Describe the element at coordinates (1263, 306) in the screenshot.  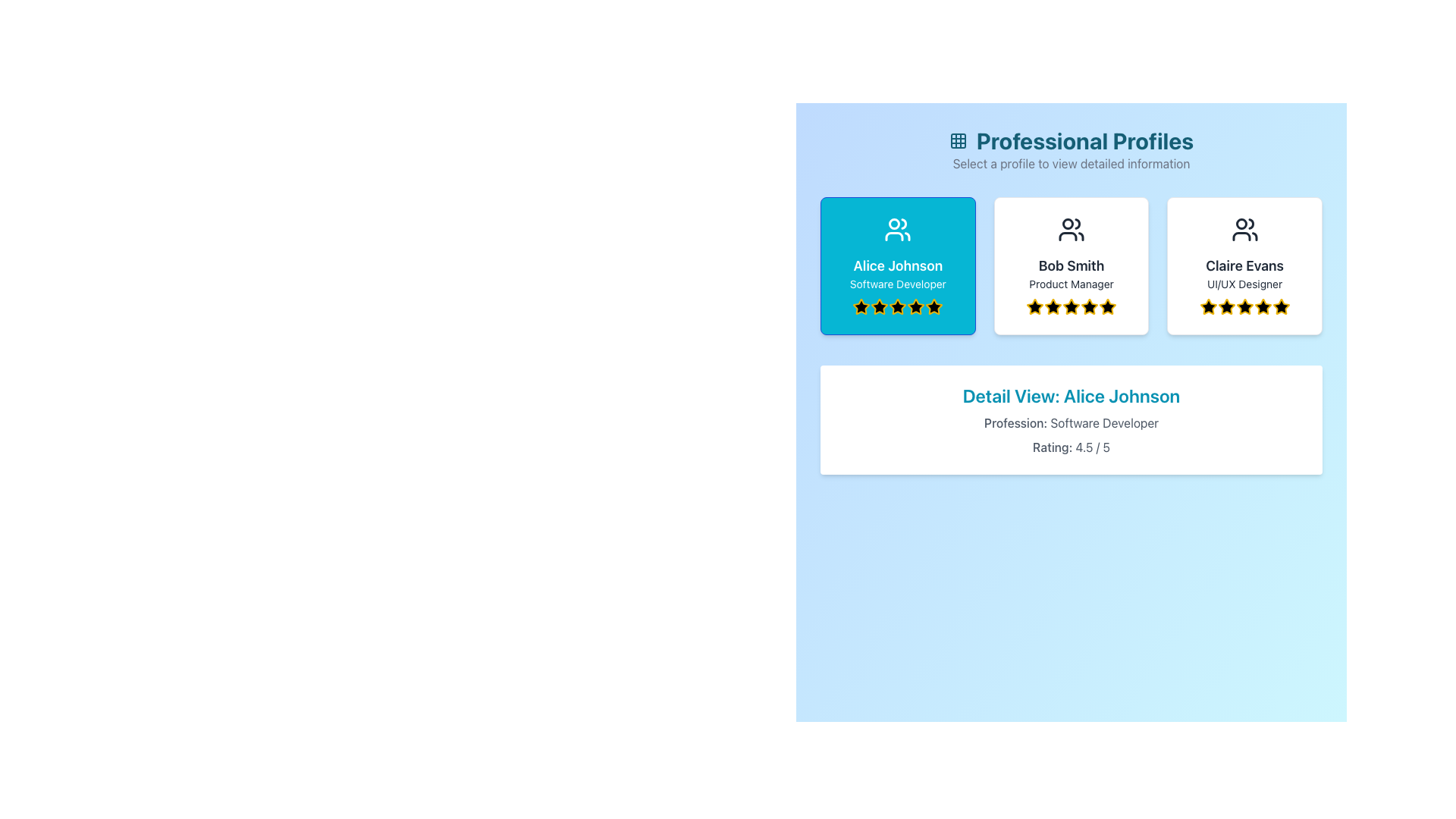
I see `the fifth star icon representing the rating mechanism for the 'Claire Evans' profile, located in the top right section of the interface` at that location.